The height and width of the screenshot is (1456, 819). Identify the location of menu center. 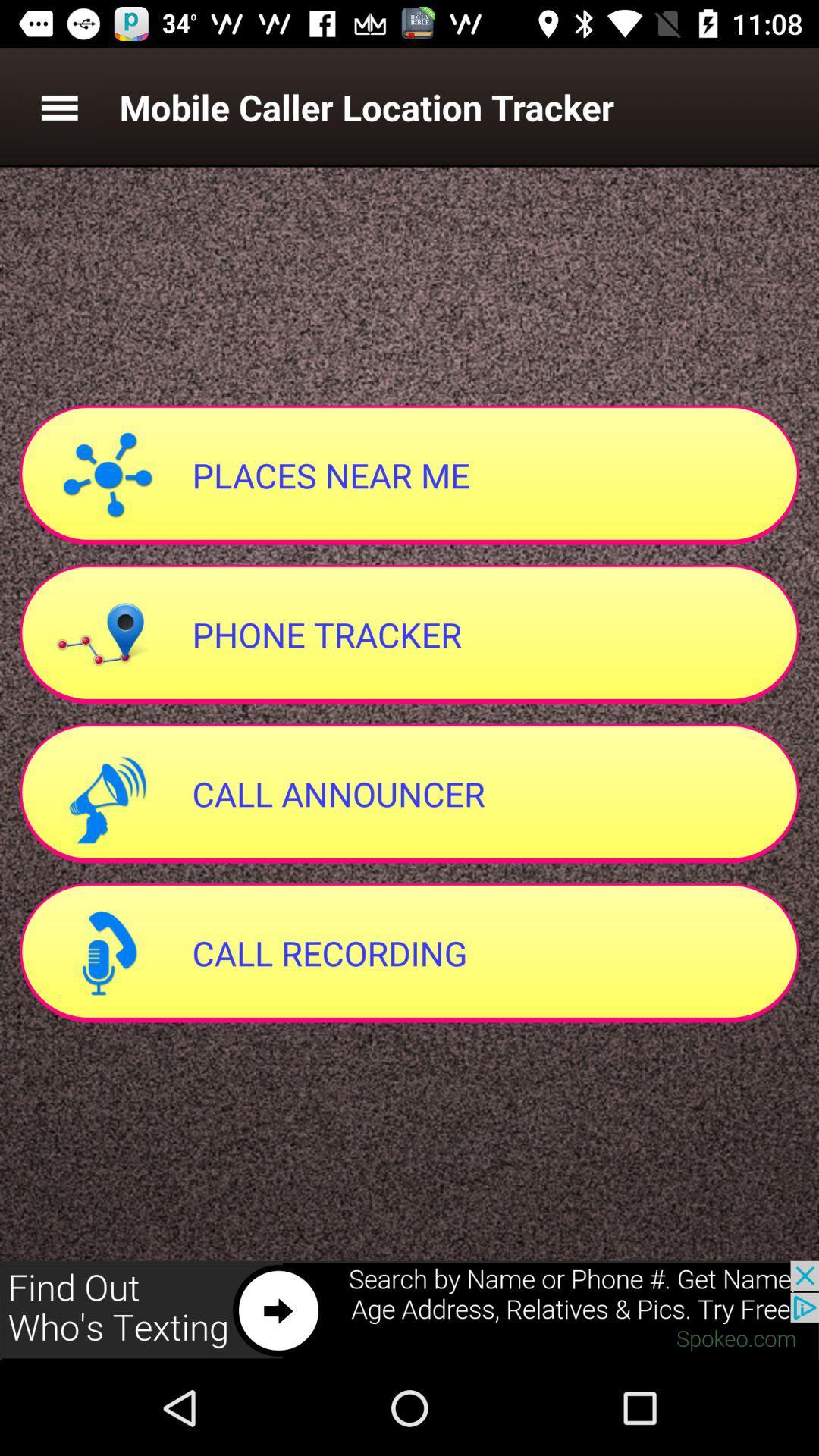
(58, 106).